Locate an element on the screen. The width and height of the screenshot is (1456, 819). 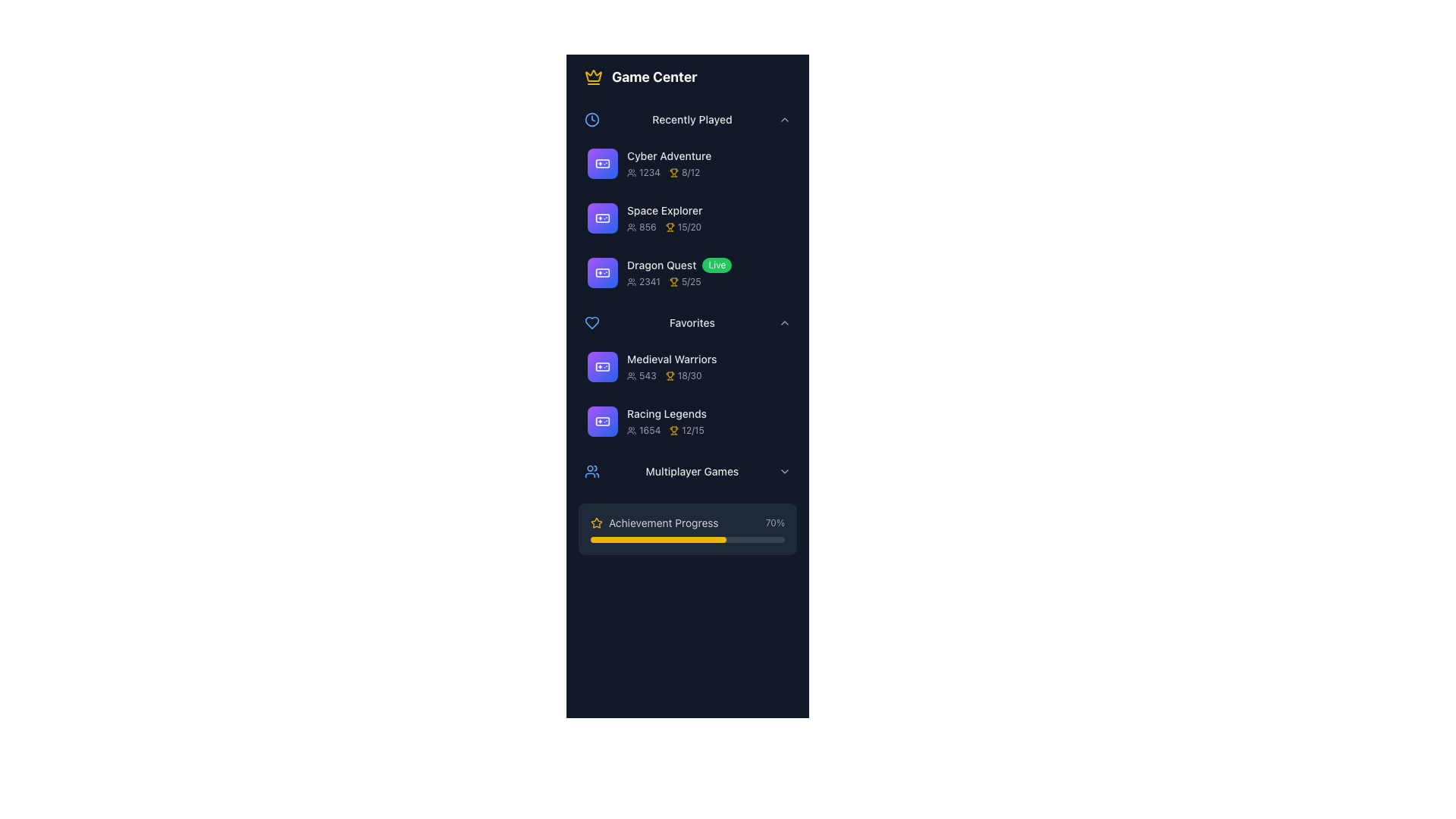
the text label 'Cyber Adventure', which is styled with a small font size and medium font weight, located in the 'Recently Played' section of the game menu interface is located at coordinates (668, 155).